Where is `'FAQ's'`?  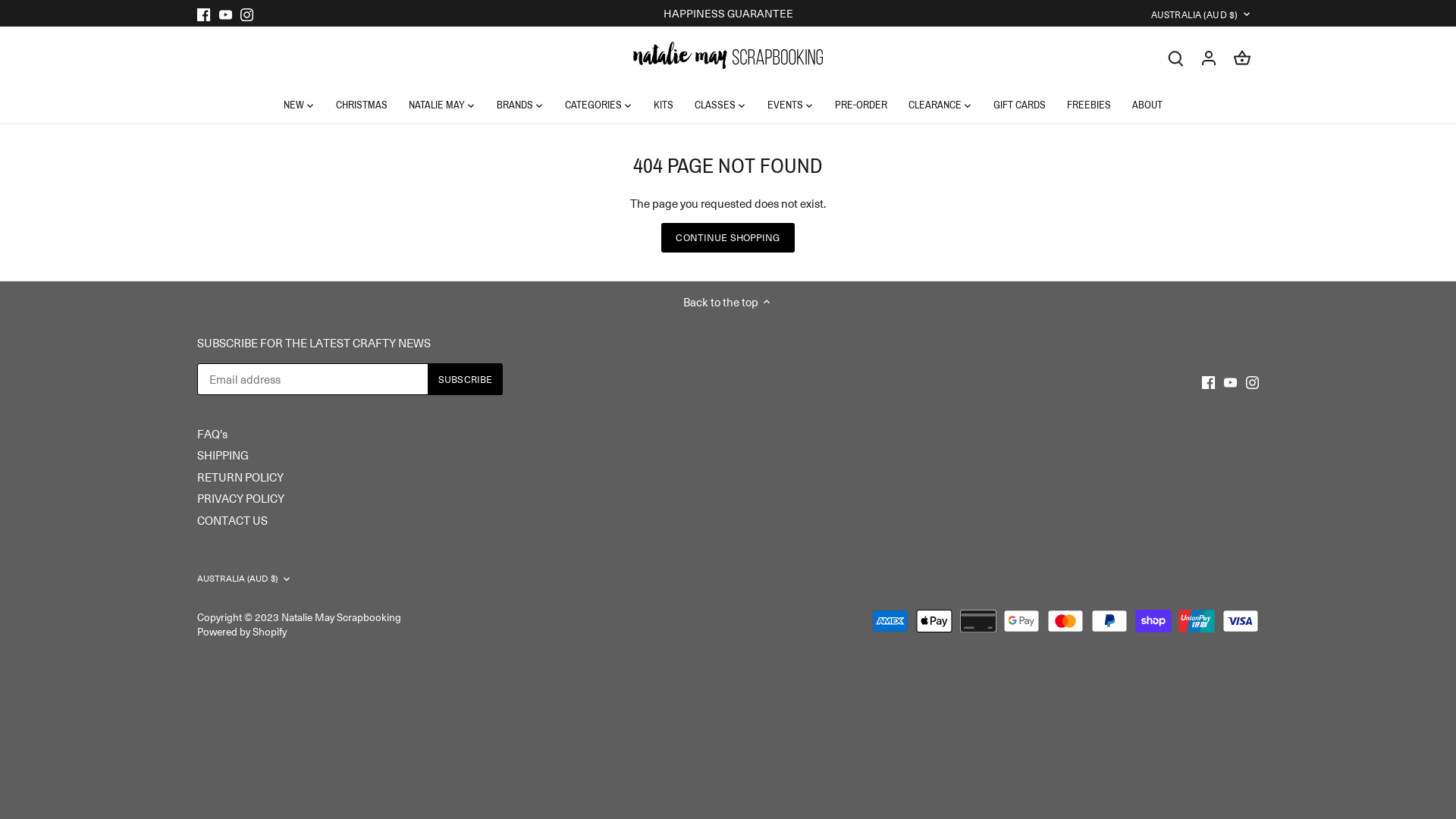 'FAQ's' is located at coordinates (211, 434).